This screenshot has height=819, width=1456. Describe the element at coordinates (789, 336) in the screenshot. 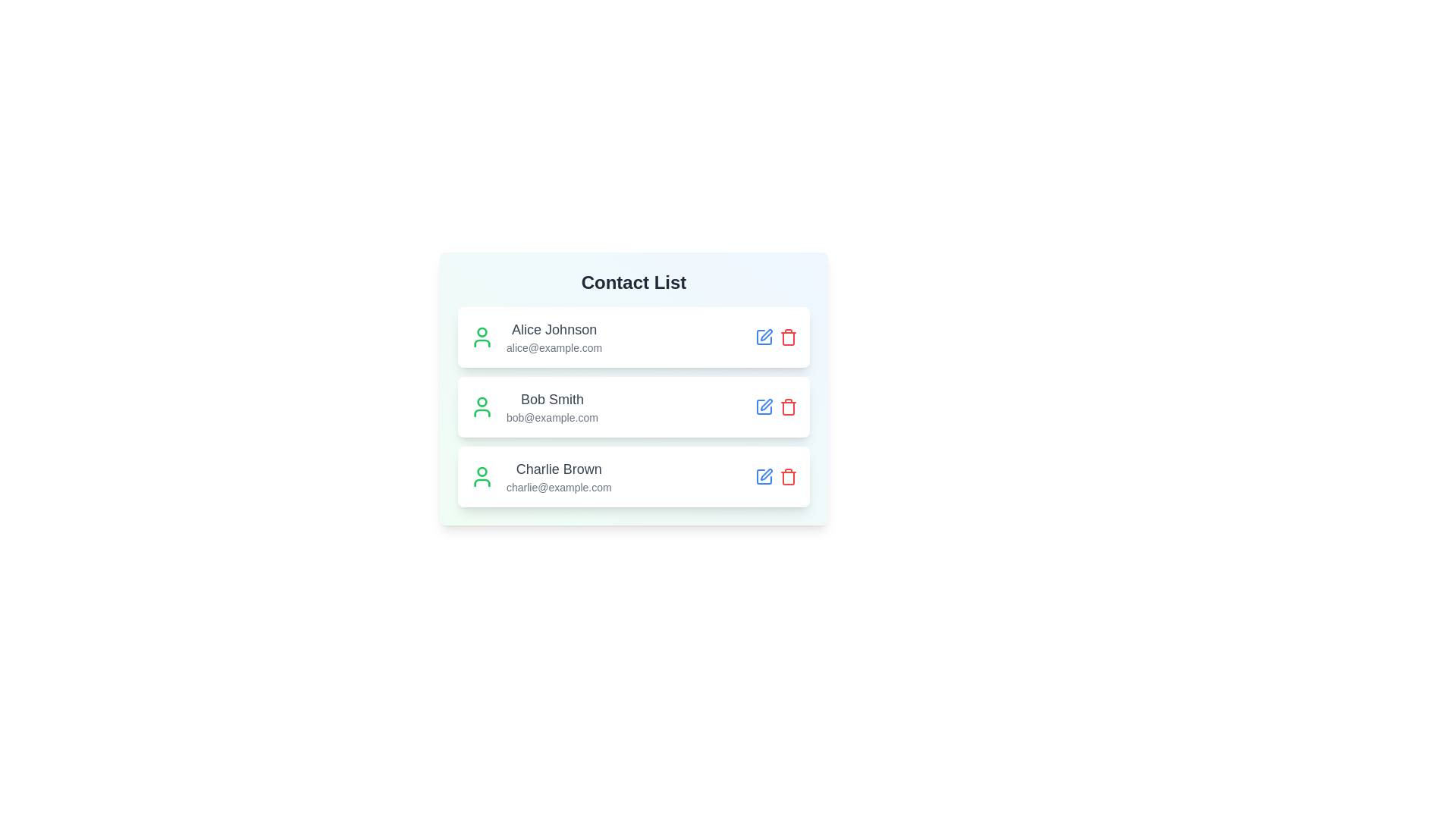

I see `the contact corresponding to the Alice Johnson by clicking the associated delete button` at that location.